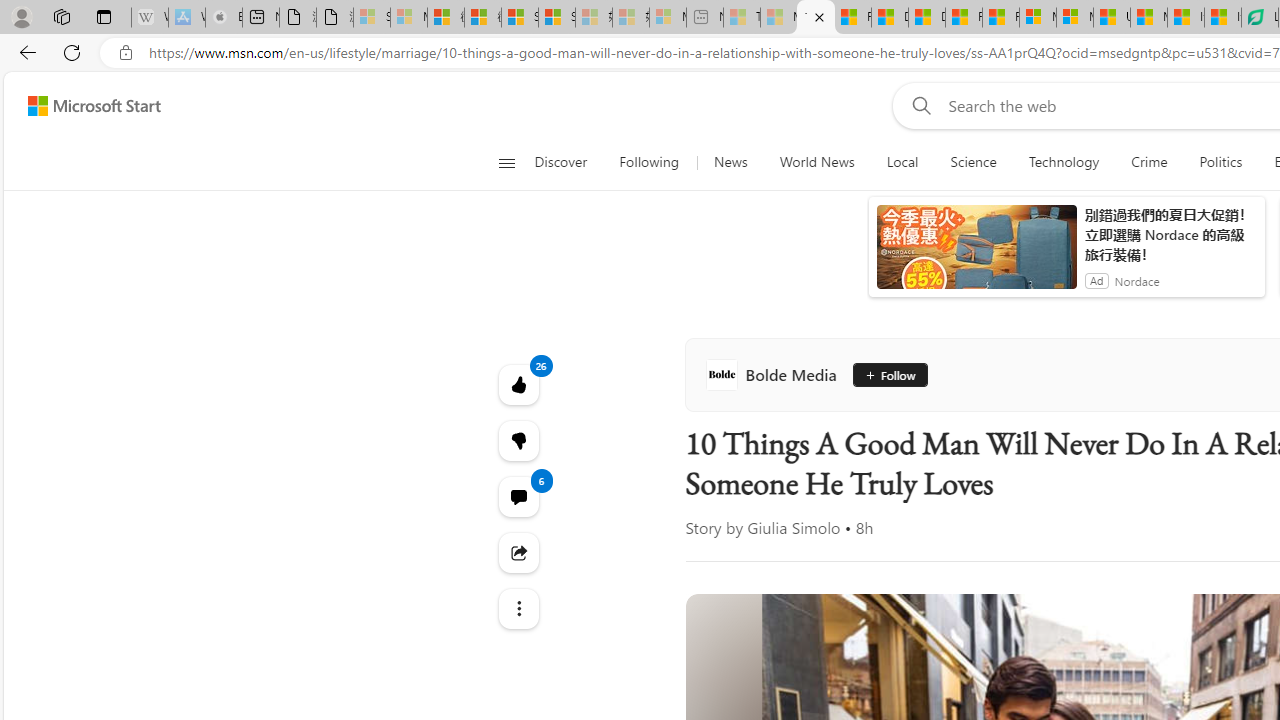 The height and width of the screenshot is (720, 1280). Describe the element at coordinates (1136, 280) in the screenshot. I see `'Nordace'` at that location.